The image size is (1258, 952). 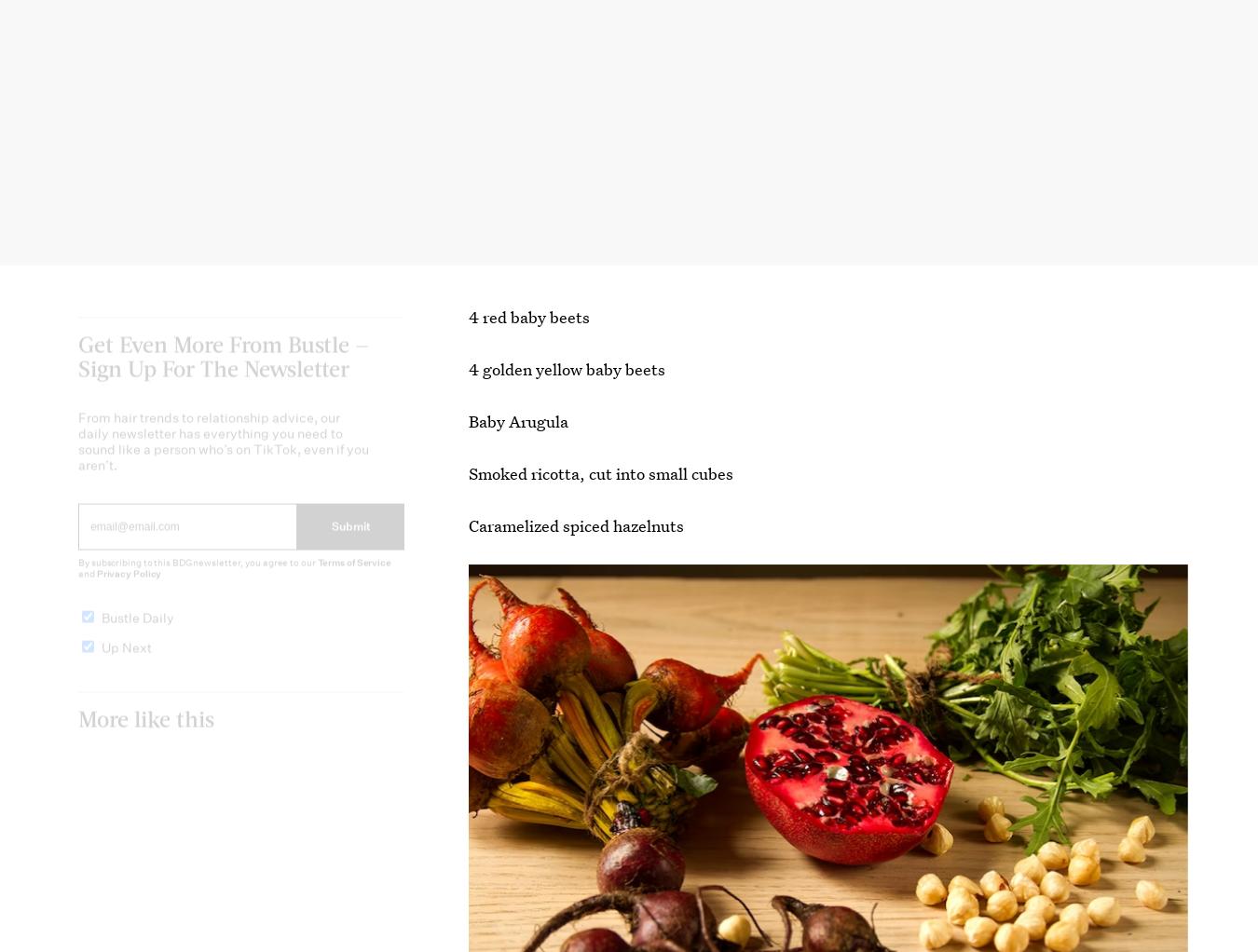 What do you see at coordinates (137, 632) in the screenshot?
I see `'Bustle Daily'` at bounding box center [137, 632].